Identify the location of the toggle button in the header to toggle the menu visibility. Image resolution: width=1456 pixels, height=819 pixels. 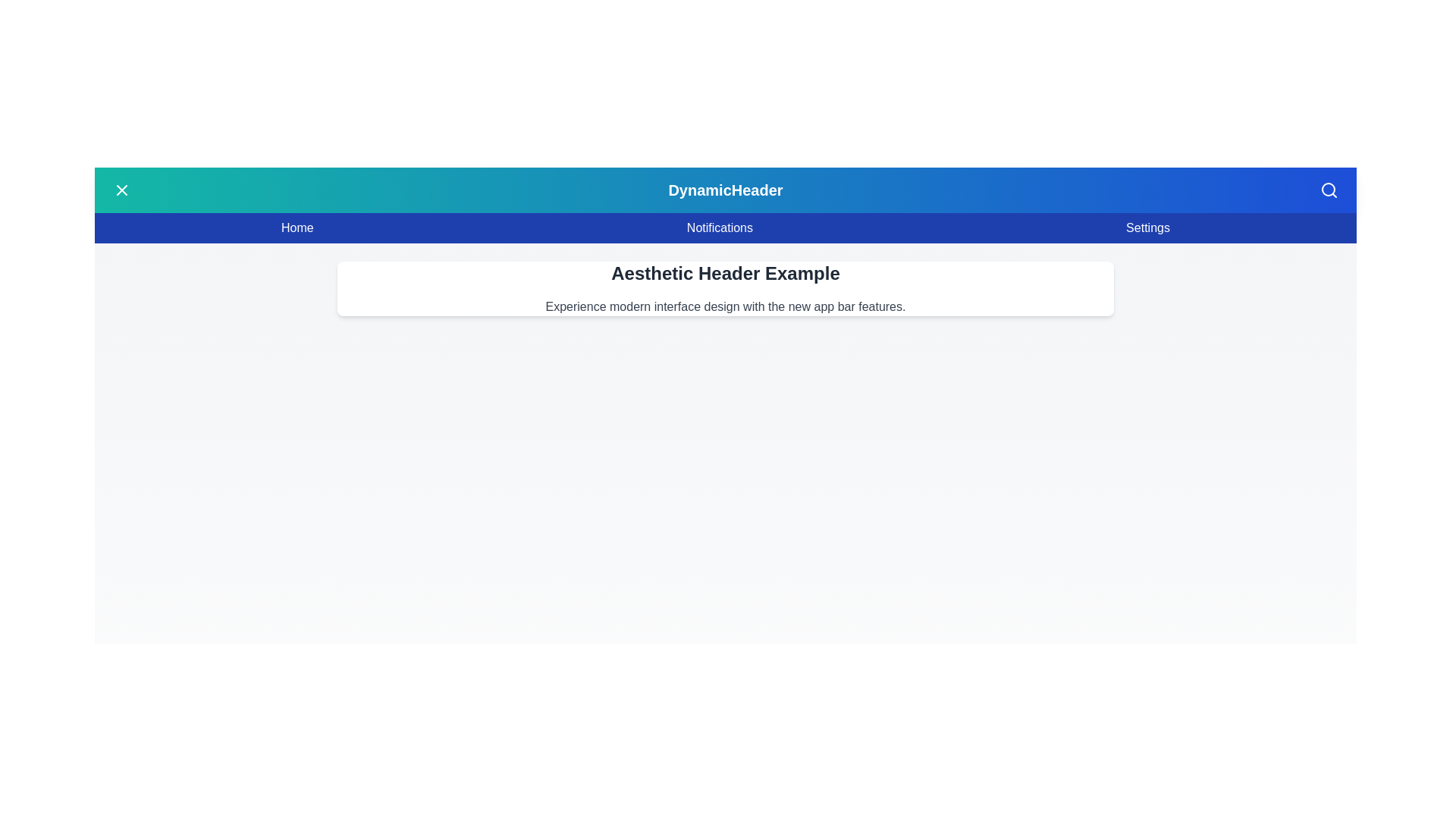
(122, 189).